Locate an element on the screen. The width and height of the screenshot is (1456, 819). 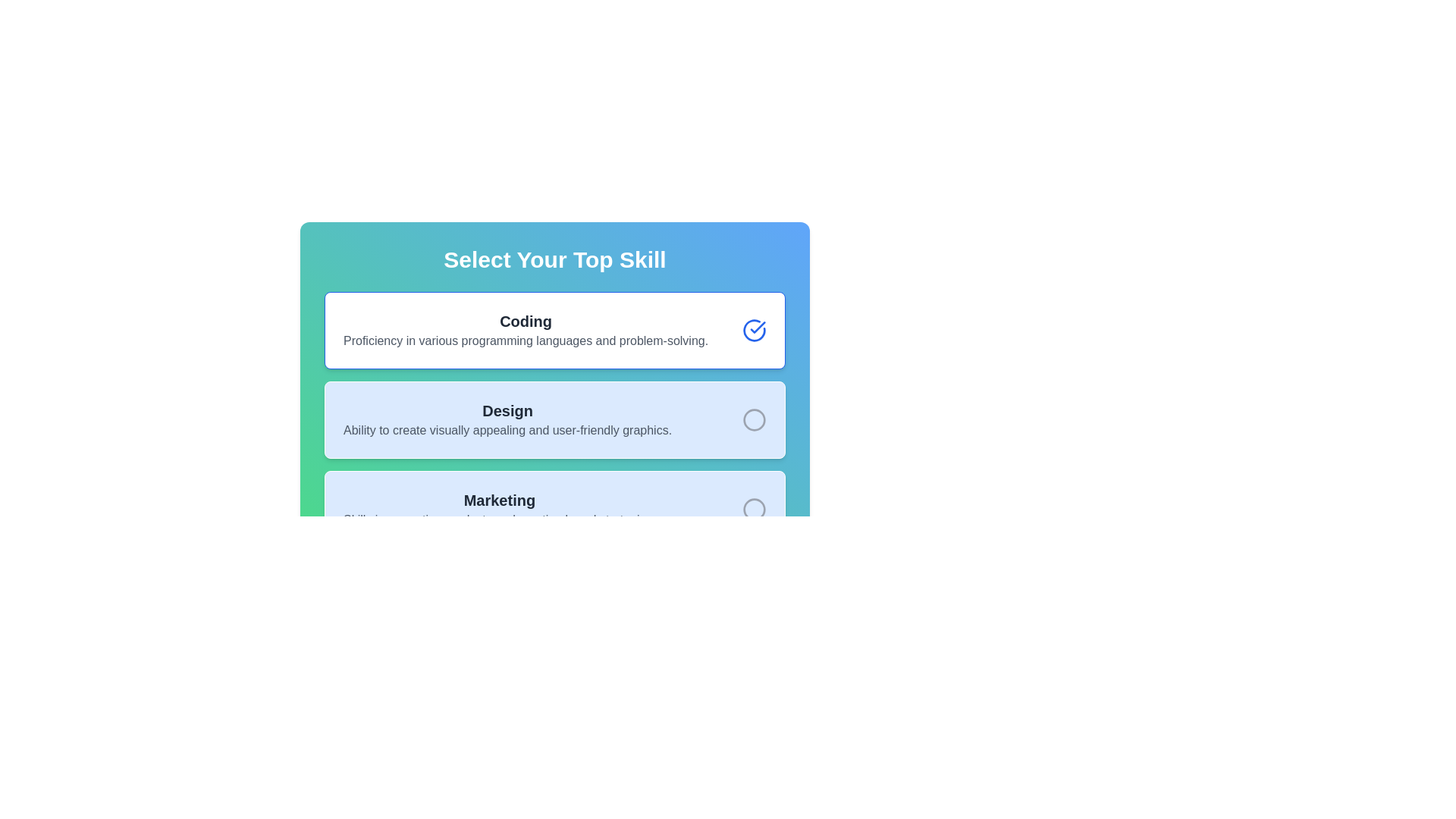
the selectable item labeled 'Design' is located at coordinates (507, 420).